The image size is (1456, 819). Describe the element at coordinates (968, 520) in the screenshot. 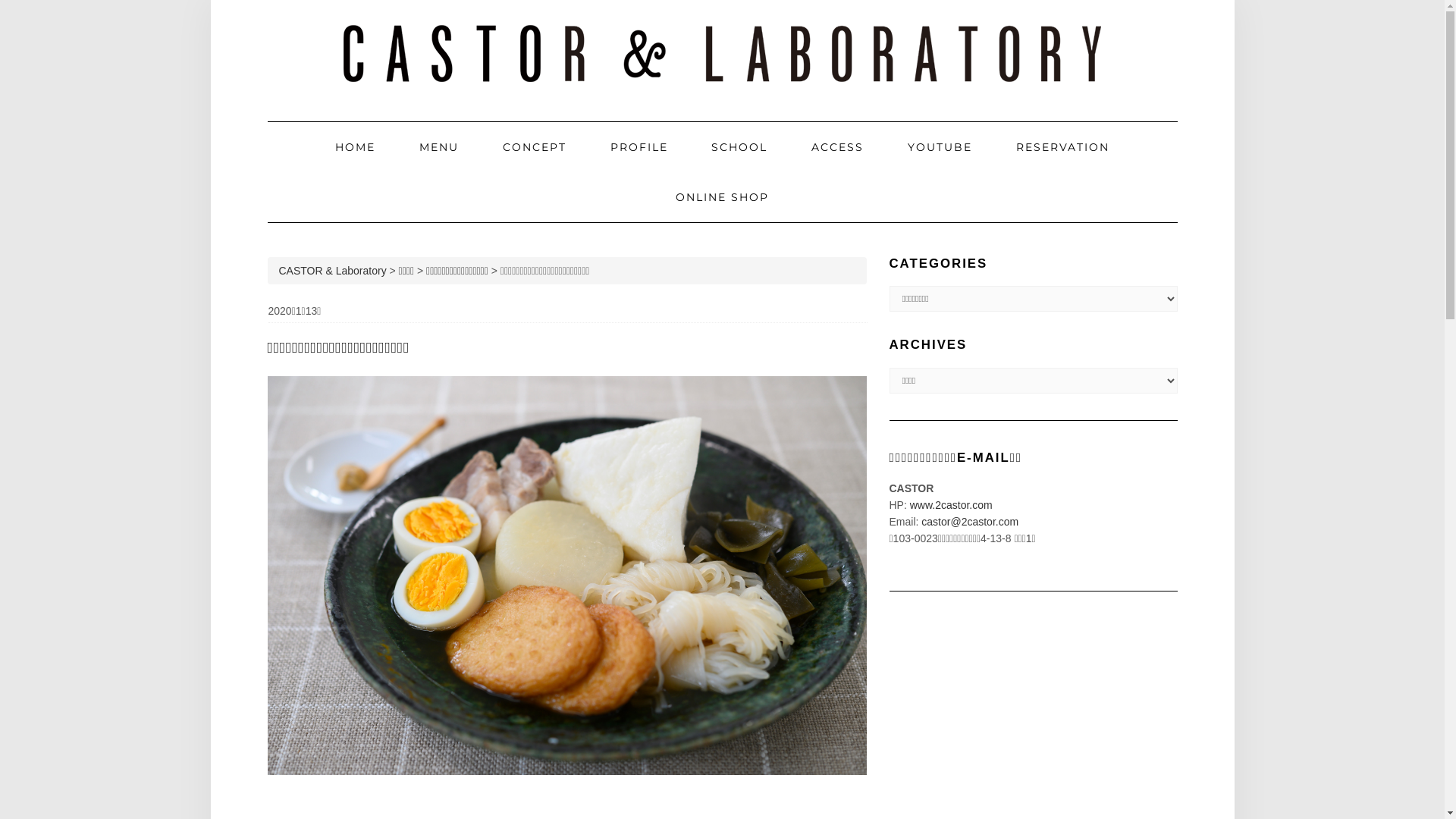

I see `'castor@2castor.com'` at that location.